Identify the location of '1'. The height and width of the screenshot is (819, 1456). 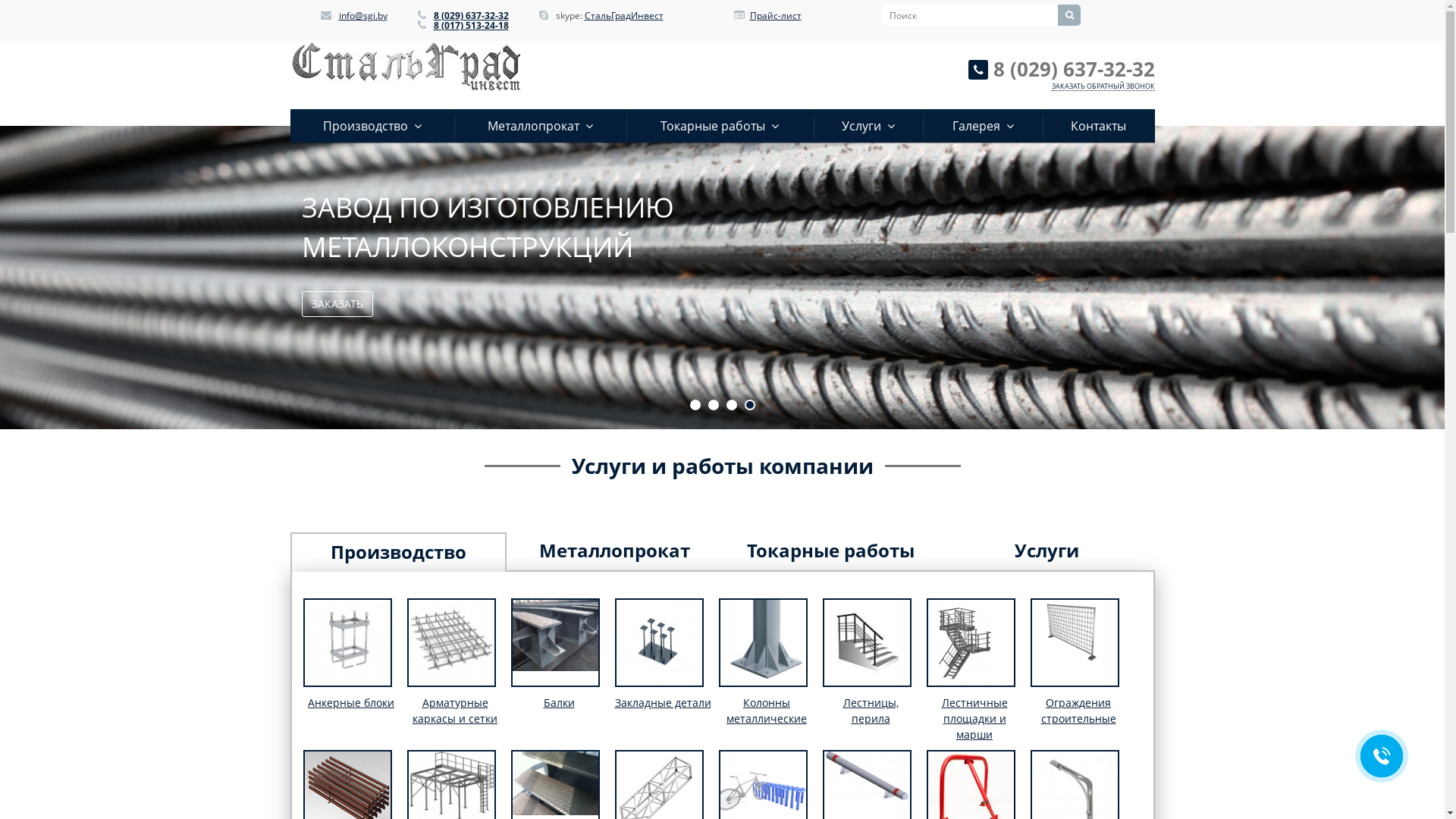
(694, 403).